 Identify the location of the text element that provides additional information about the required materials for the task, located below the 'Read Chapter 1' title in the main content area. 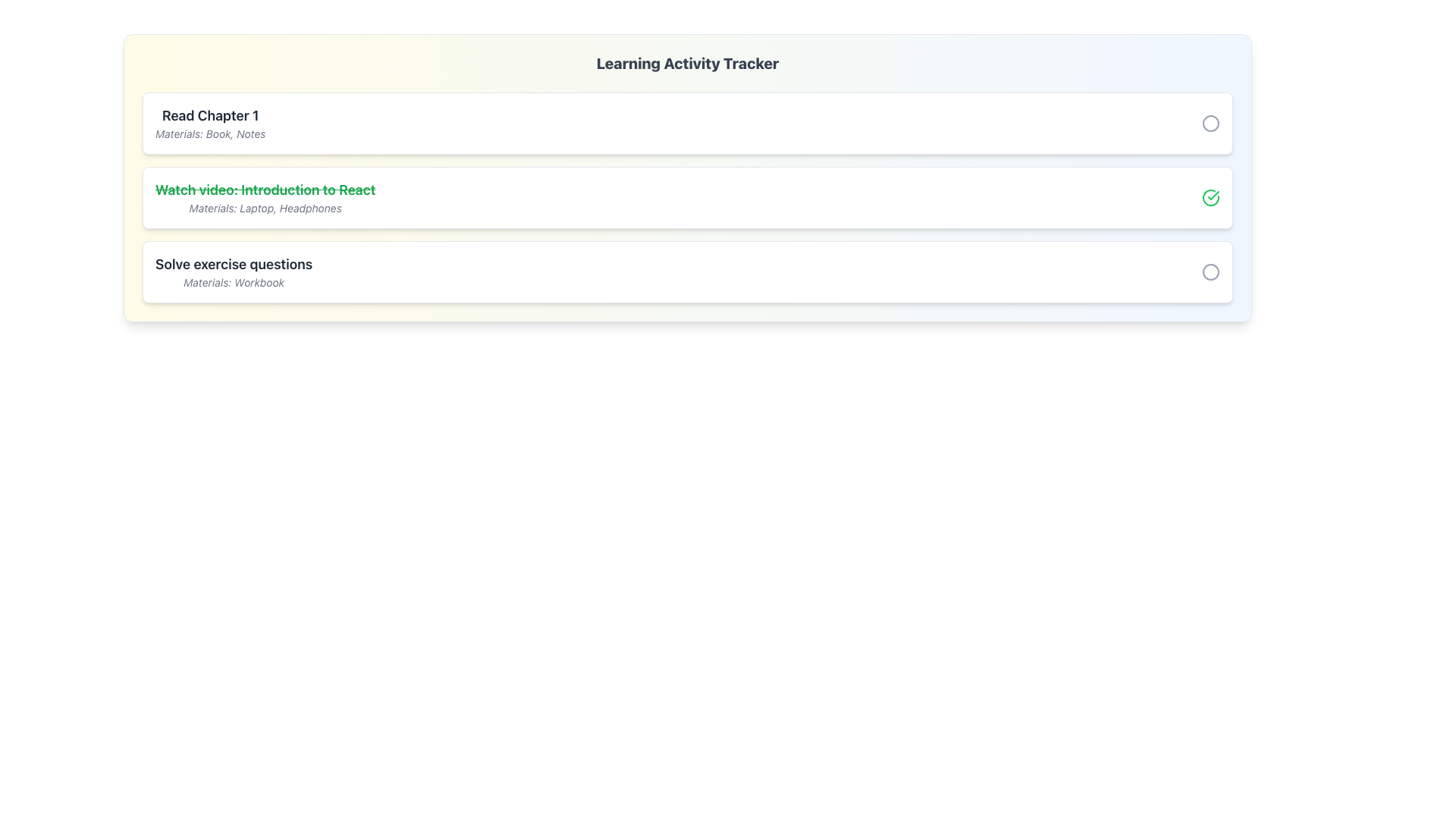
(209, 133).